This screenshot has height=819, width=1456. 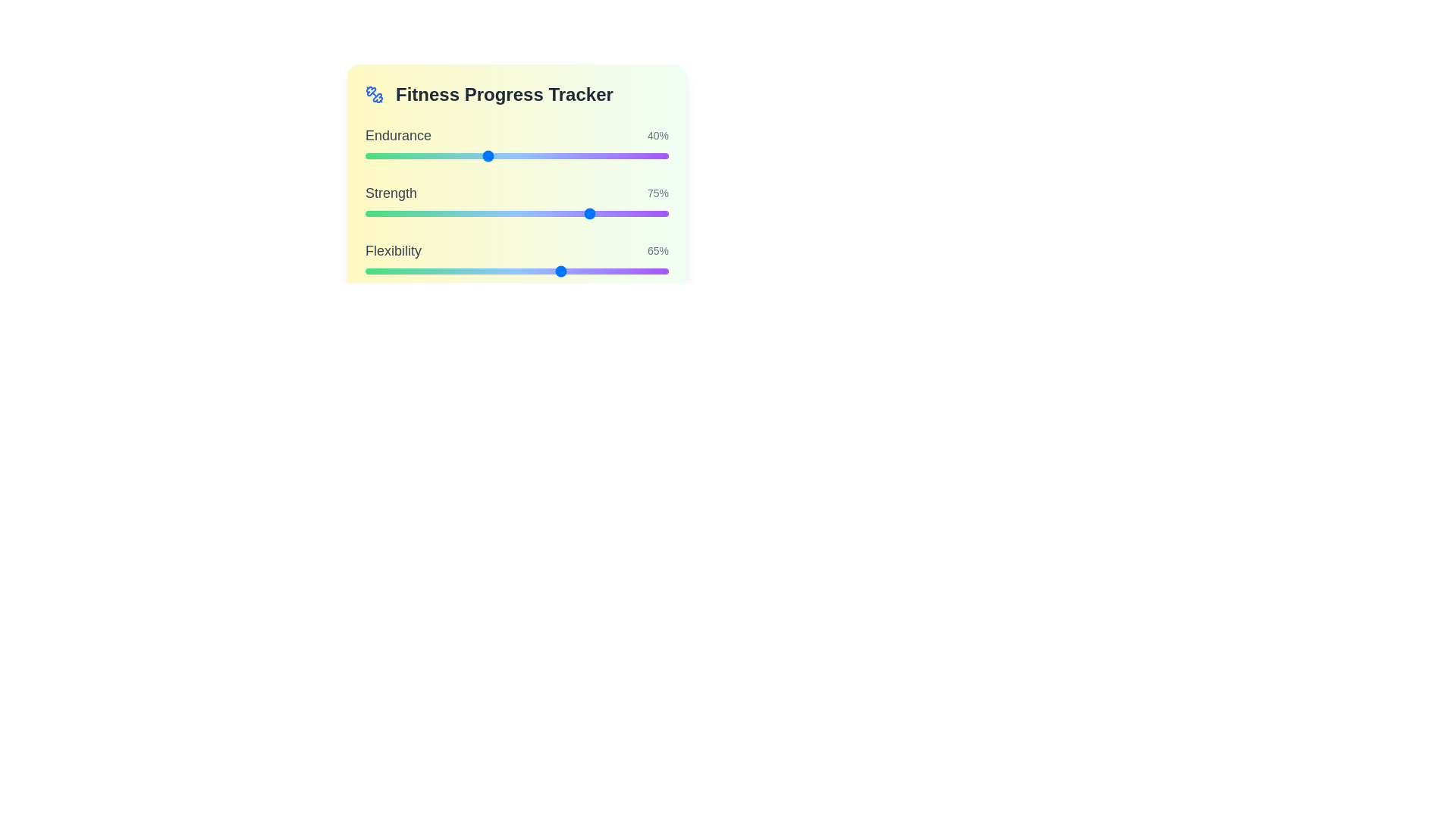 What do you see at coordinates (526, 271) in the screenshot?
I see `flexibility value` at bounding box center [526, 271].